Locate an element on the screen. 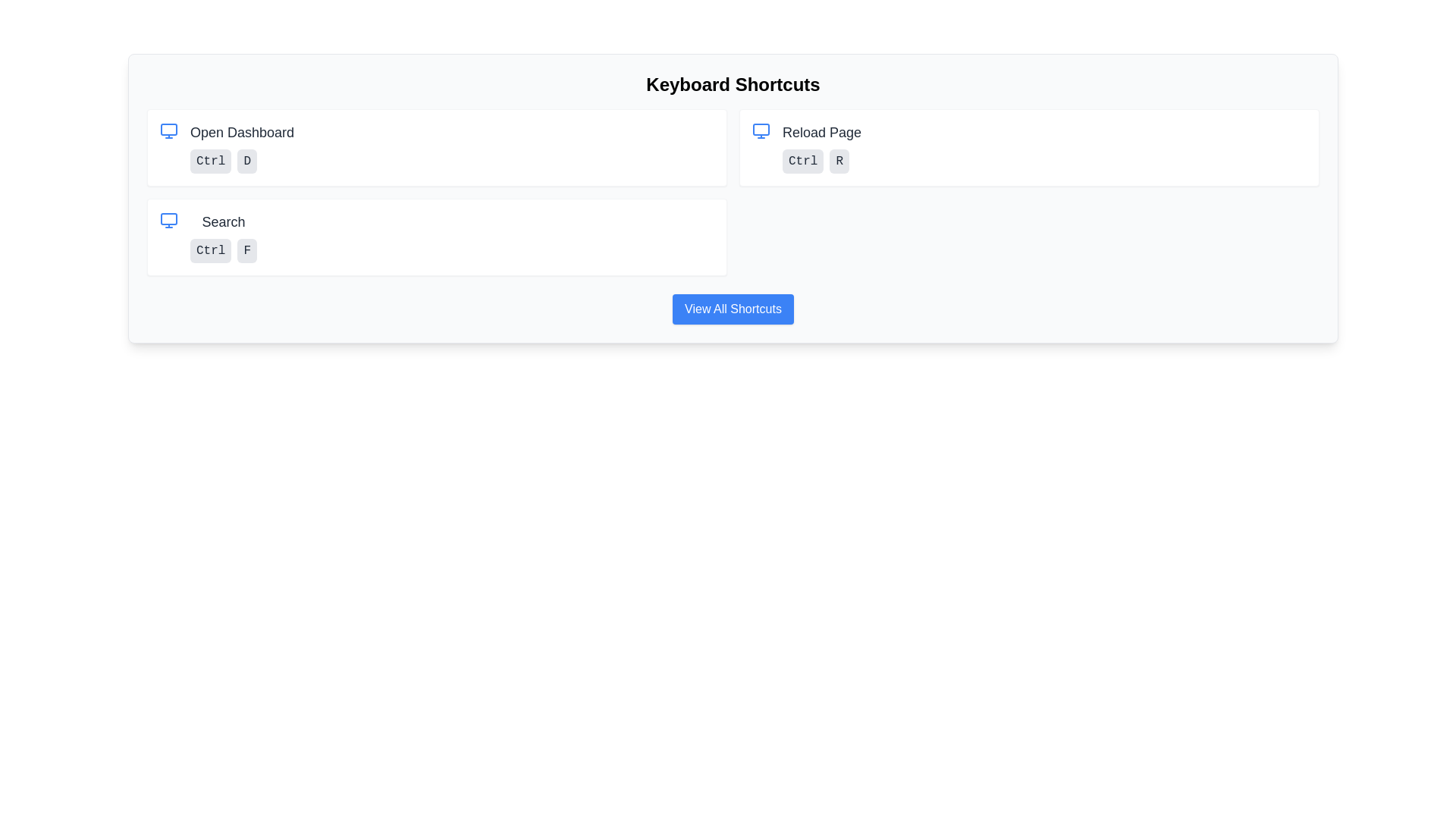 The width and height of the screenshot is (1456, 819). the 'Search' keyboard shortcut label, which is centrally aligned in the second row of shortcut information, located between 'Open Dashboard' and 'Ctrl F' labels is located at coordinates (223, 222).